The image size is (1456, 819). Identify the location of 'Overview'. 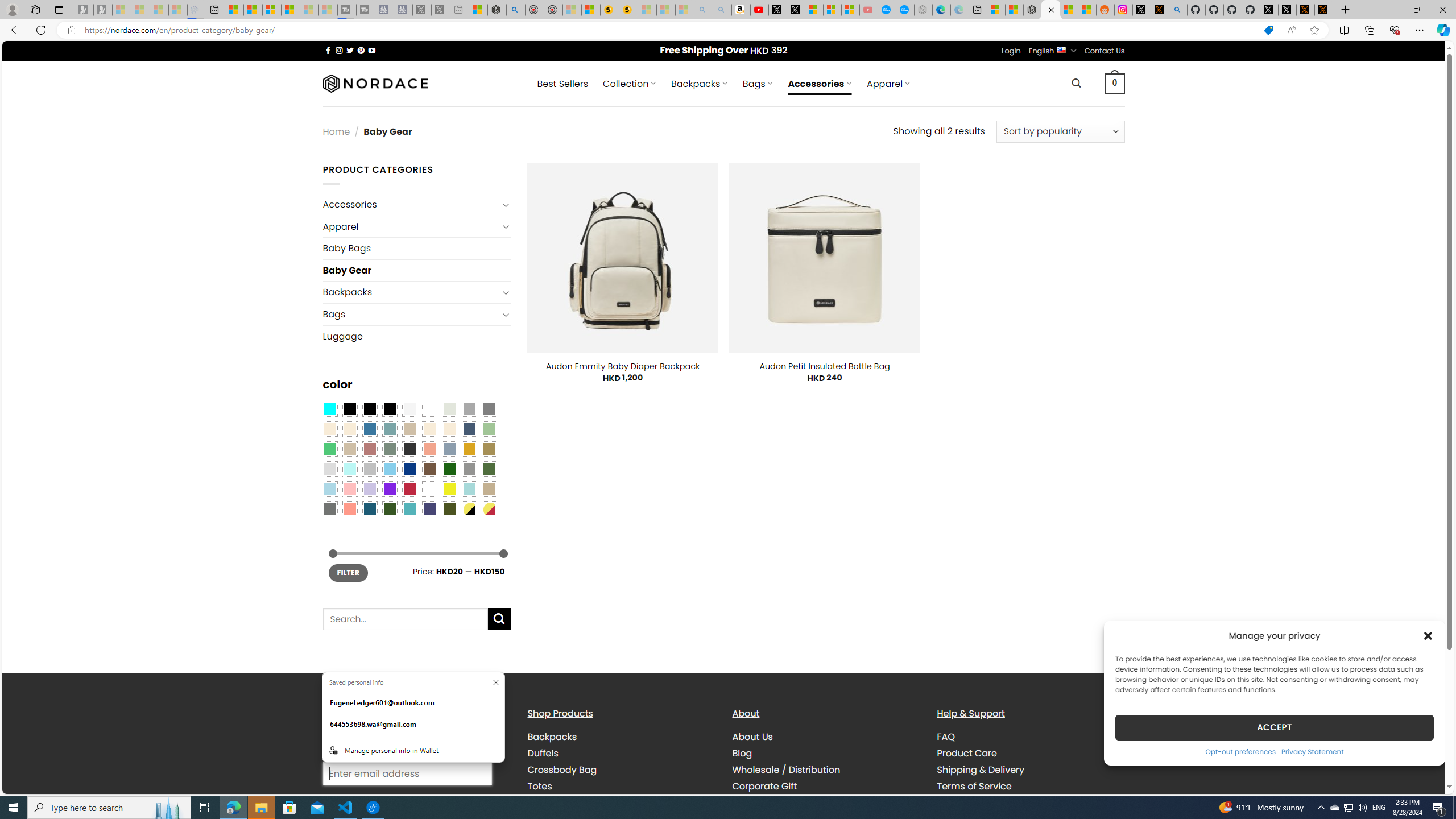
(271, 9).